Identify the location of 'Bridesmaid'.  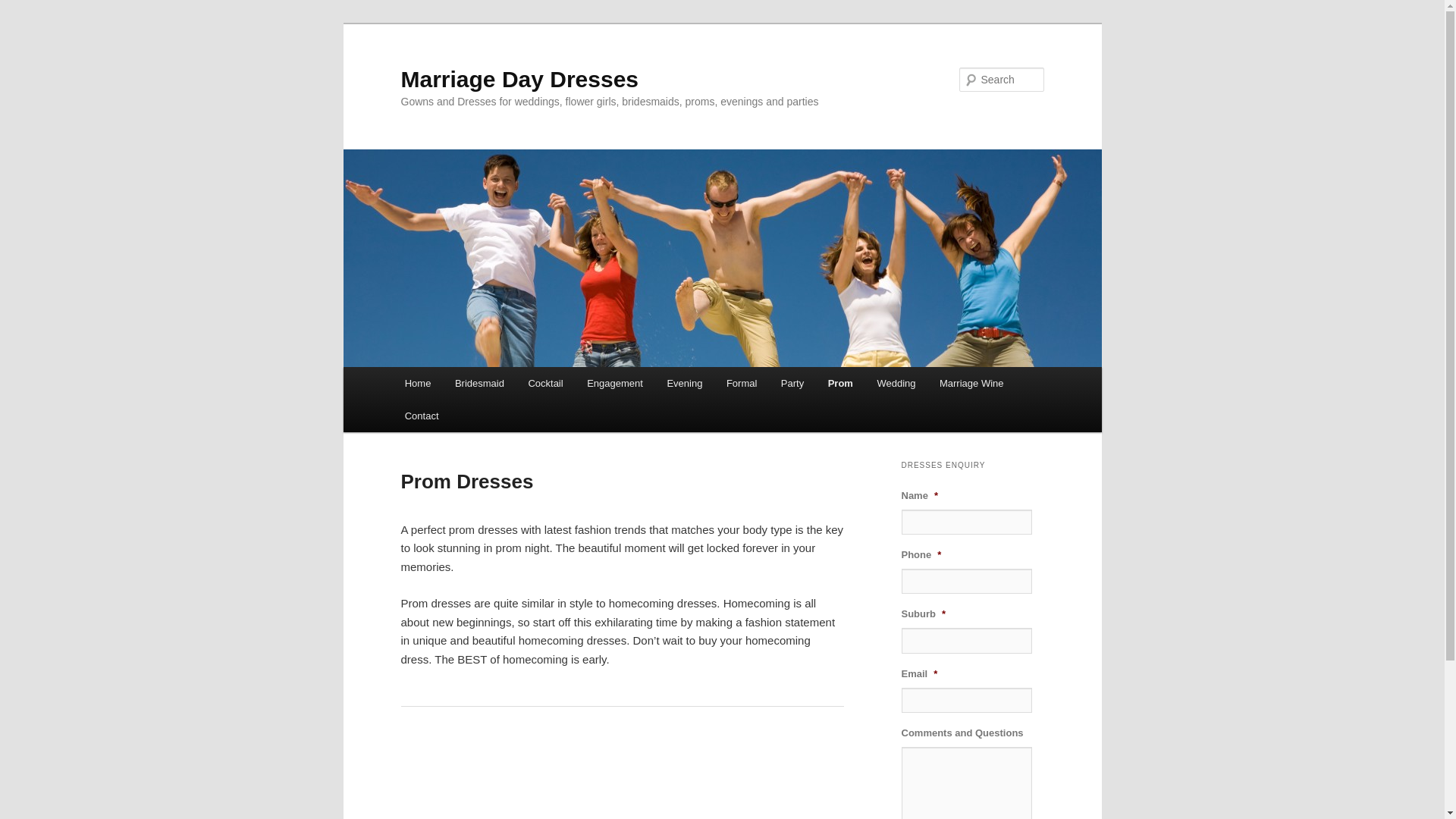
(442, 382).